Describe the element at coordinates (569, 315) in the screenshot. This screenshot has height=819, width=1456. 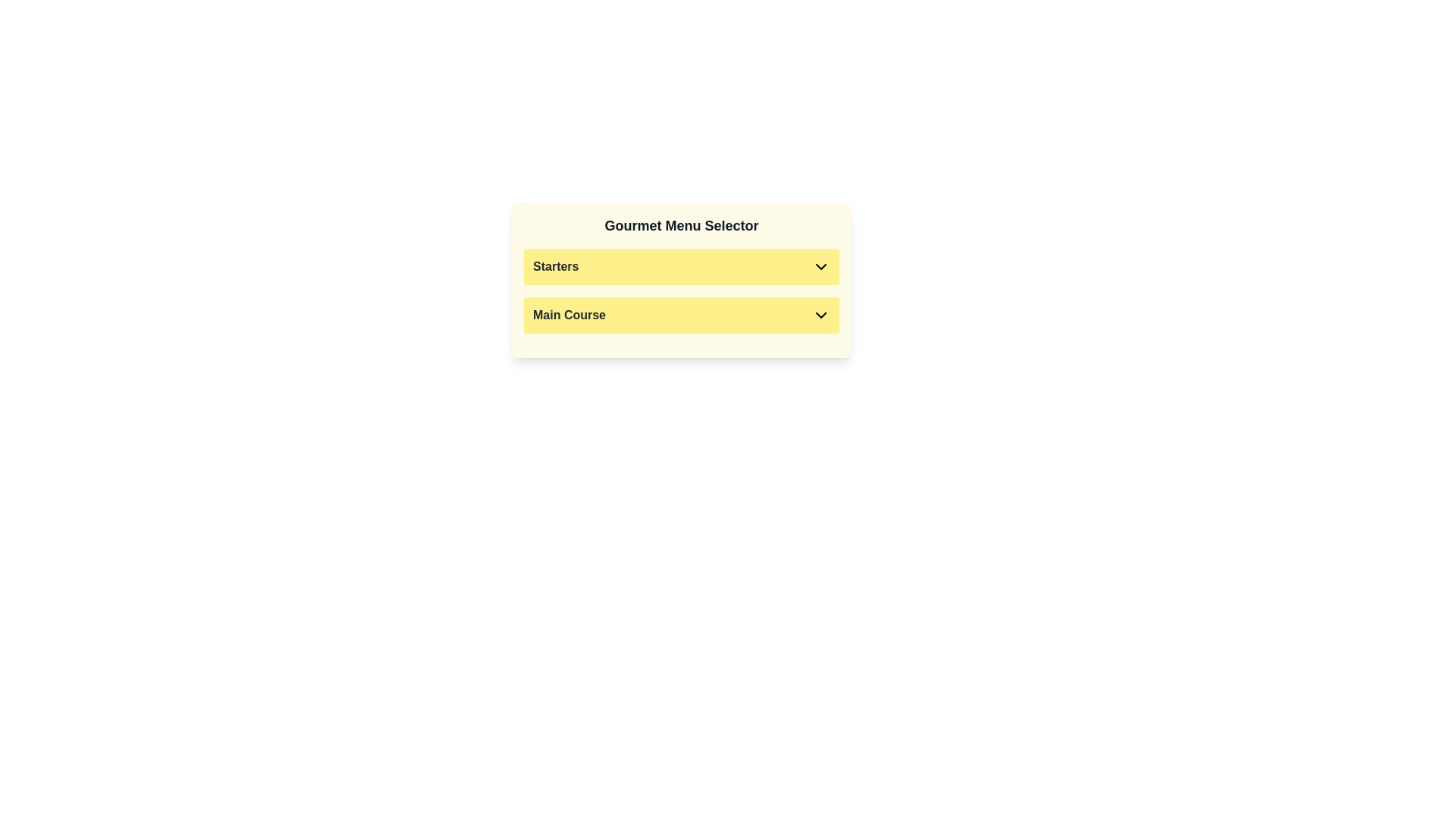
I see `'Main Course' label displayed in bold font on a yellow background, positioned below the 'Starters' box and to the left side of the yellow box` at that location.